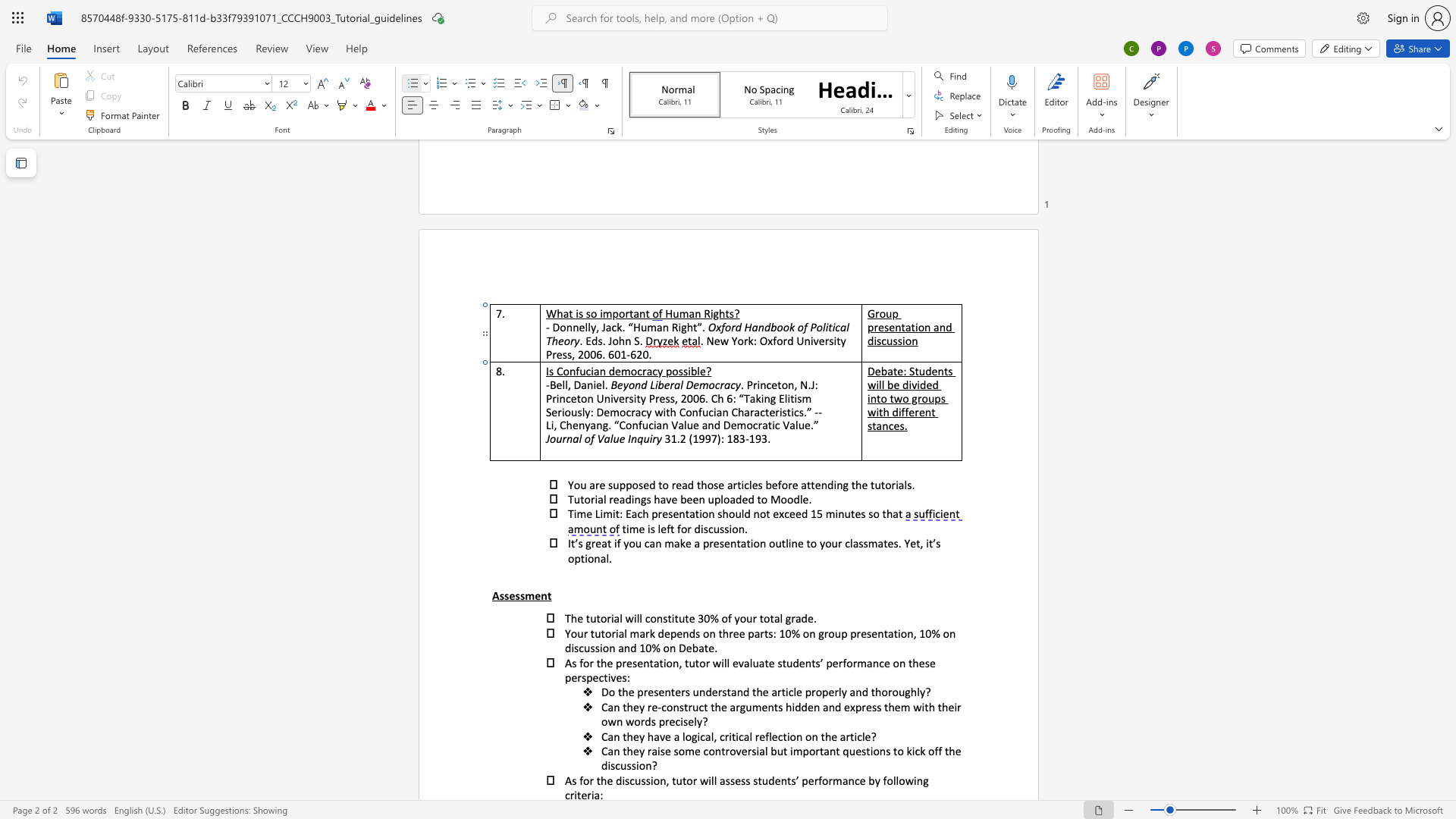  I want to click on the space between the continuous character "t" and "o" in the text, so click(600, 618).